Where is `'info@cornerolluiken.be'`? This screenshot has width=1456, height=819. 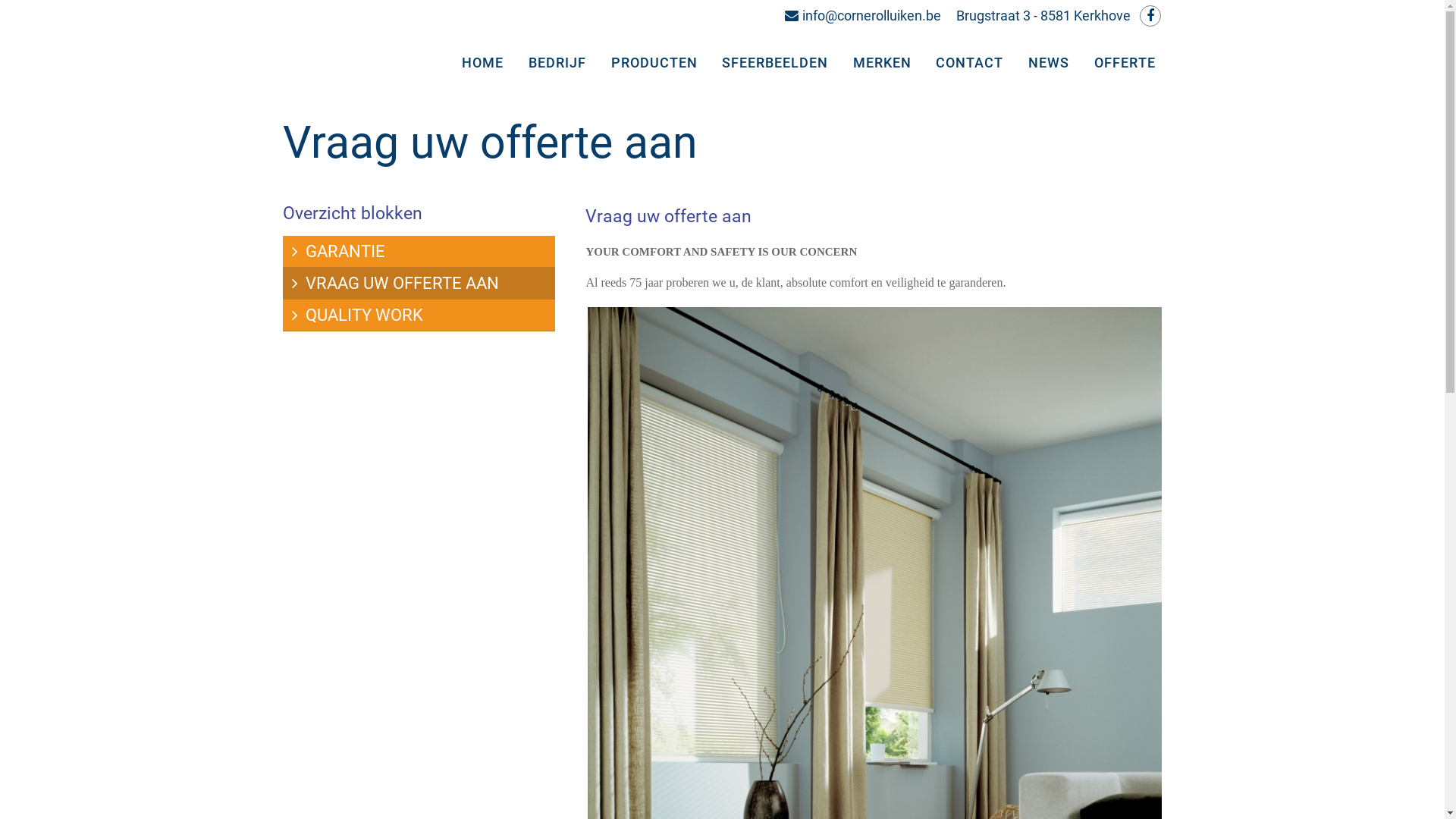
'info@cornerolluiken.be' is located at coordinates (783, 15).